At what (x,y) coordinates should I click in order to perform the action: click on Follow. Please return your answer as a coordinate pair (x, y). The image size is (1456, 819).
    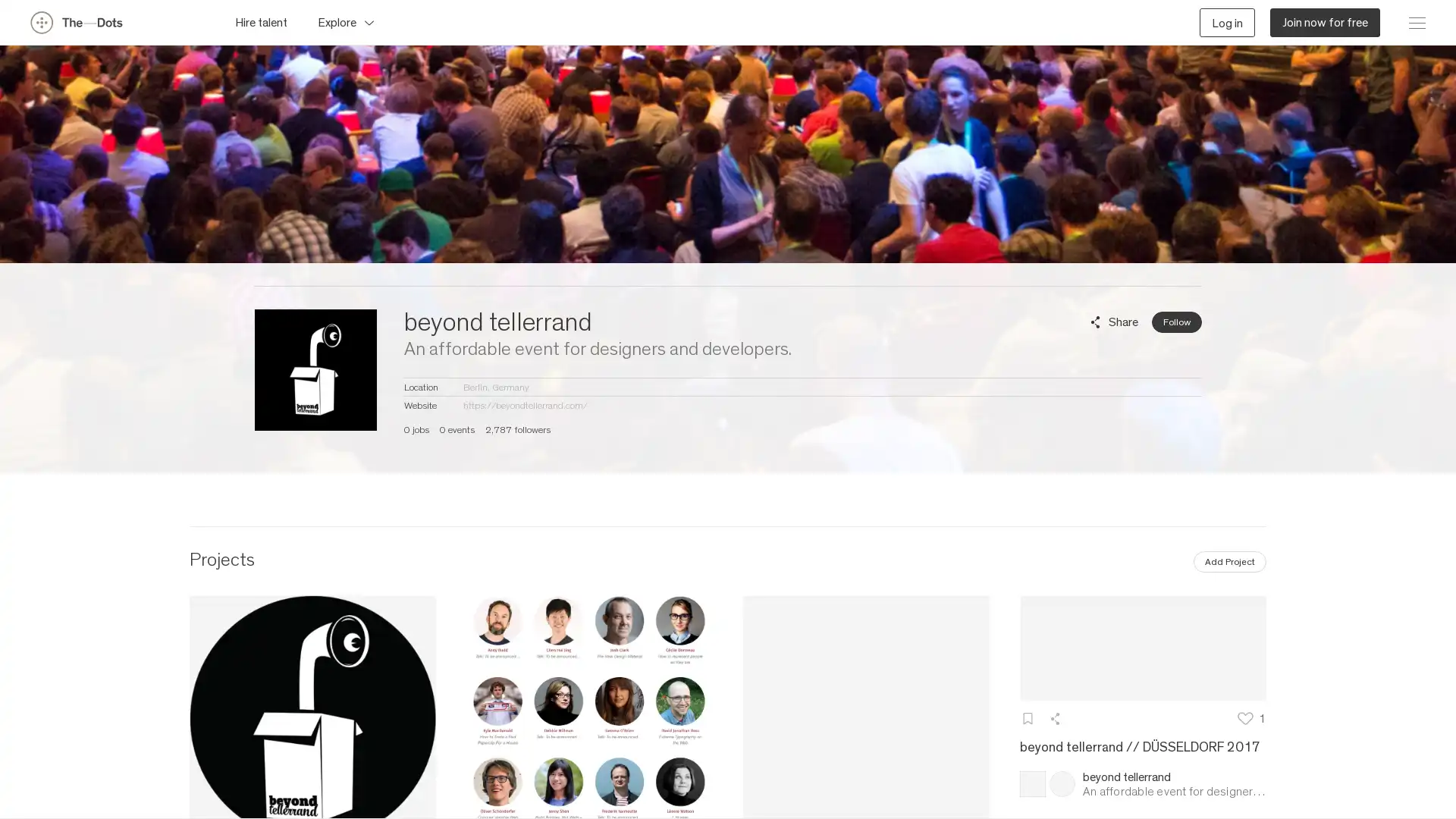
    Looking at the image, I should click on (1175, 321).